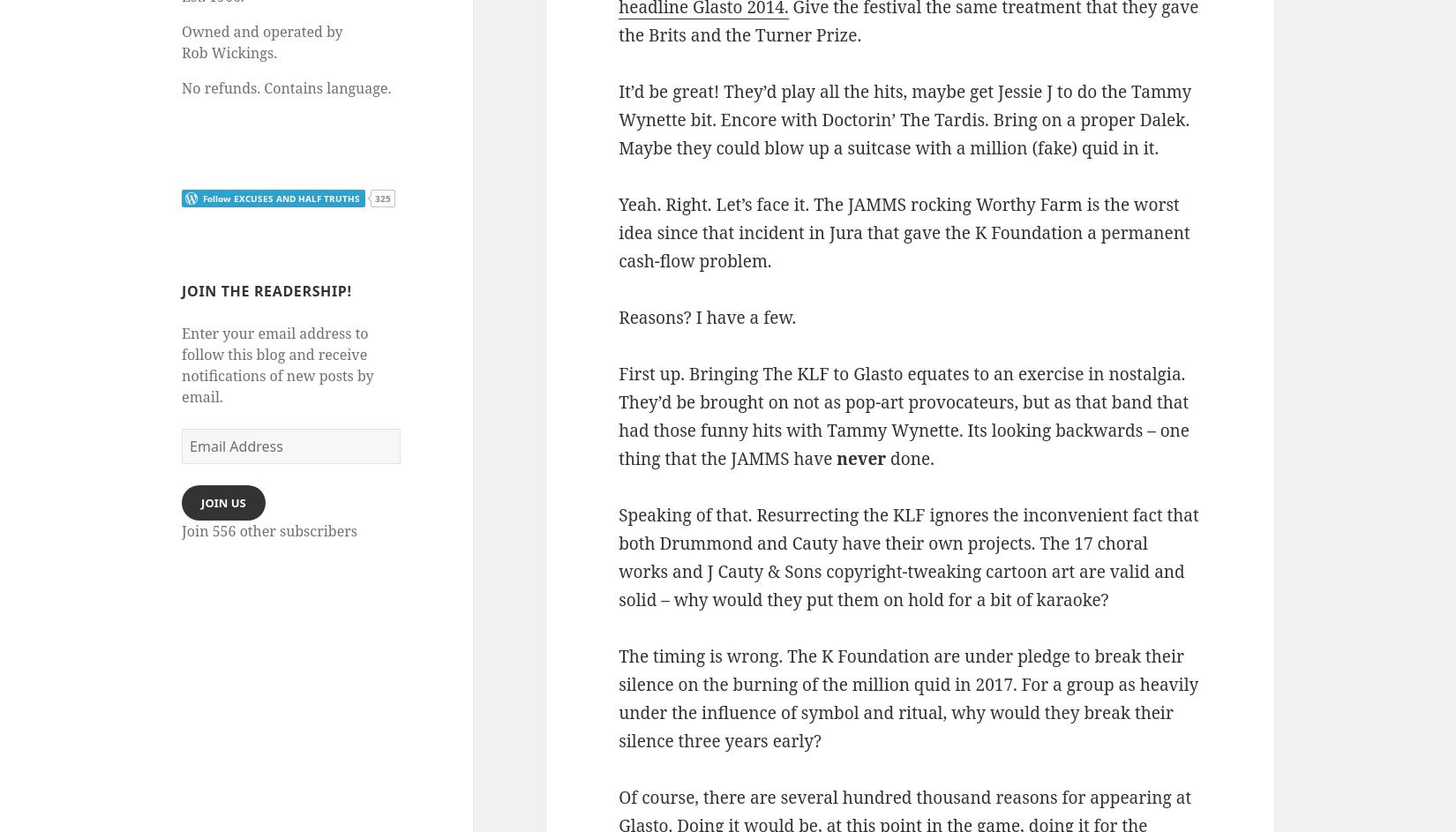 This screenshot has width=1456, height=832. What do you see at coordinates (706, 318) in the screenshot?
I see `'Reasons? I have a few.'` at bounding box center [706, 318].